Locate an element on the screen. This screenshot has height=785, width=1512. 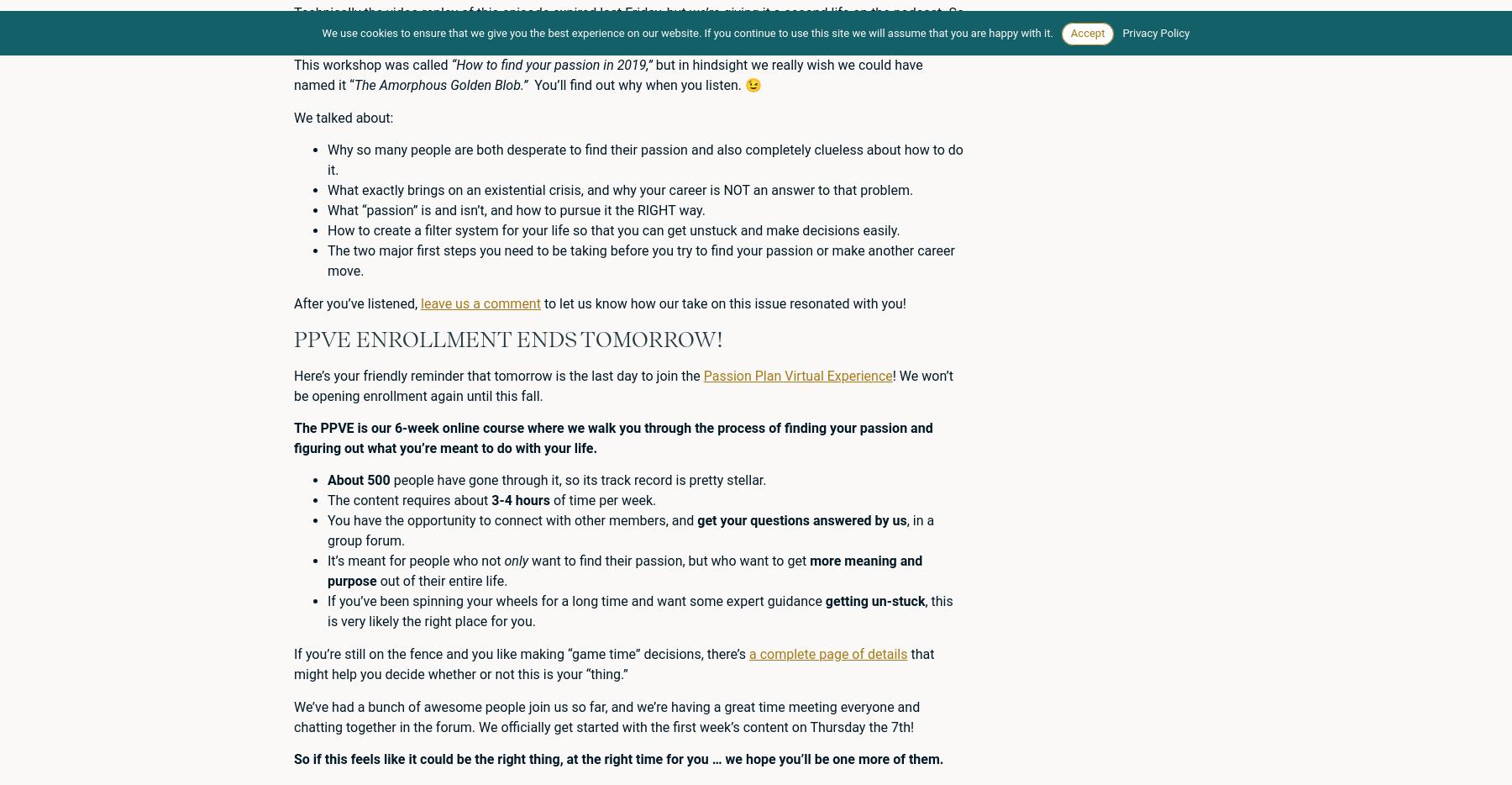
'getting un-stuck' is located at coordinates (874, 601).